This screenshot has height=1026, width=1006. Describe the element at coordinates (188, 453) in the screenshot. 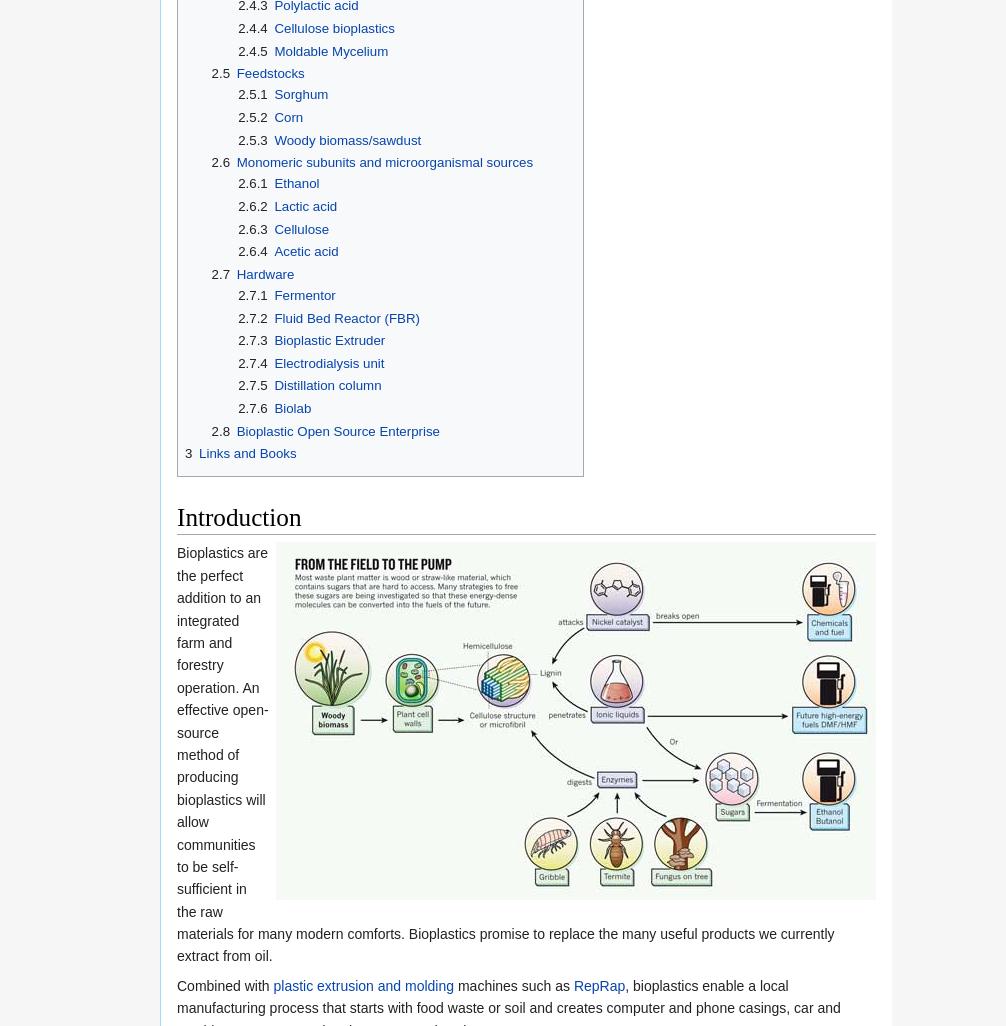

I see `'3'` at that location.